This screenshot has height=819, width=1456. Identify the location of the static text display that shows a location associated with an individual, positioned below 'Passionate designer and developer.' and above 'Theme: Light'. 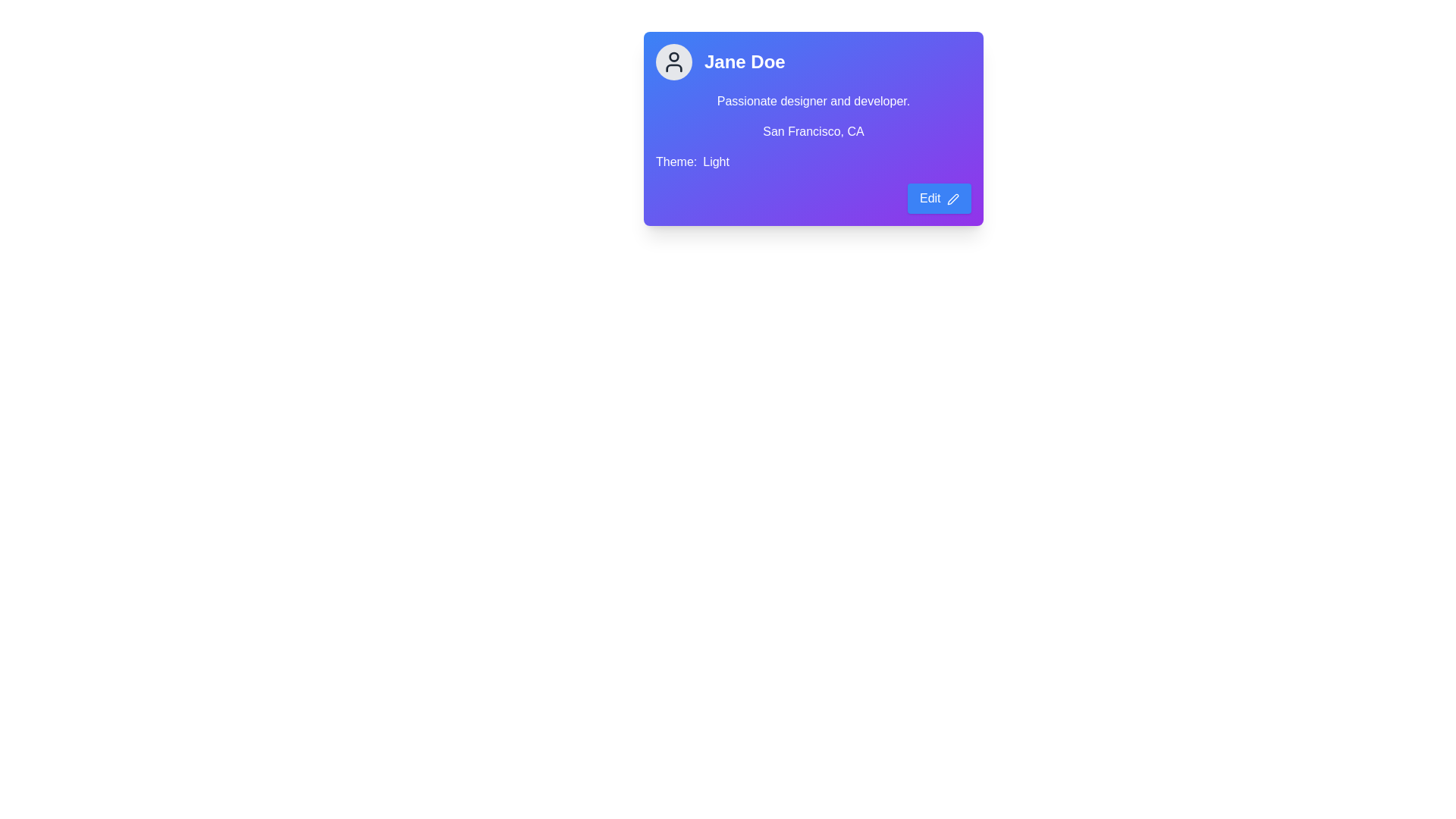
(813, 130).